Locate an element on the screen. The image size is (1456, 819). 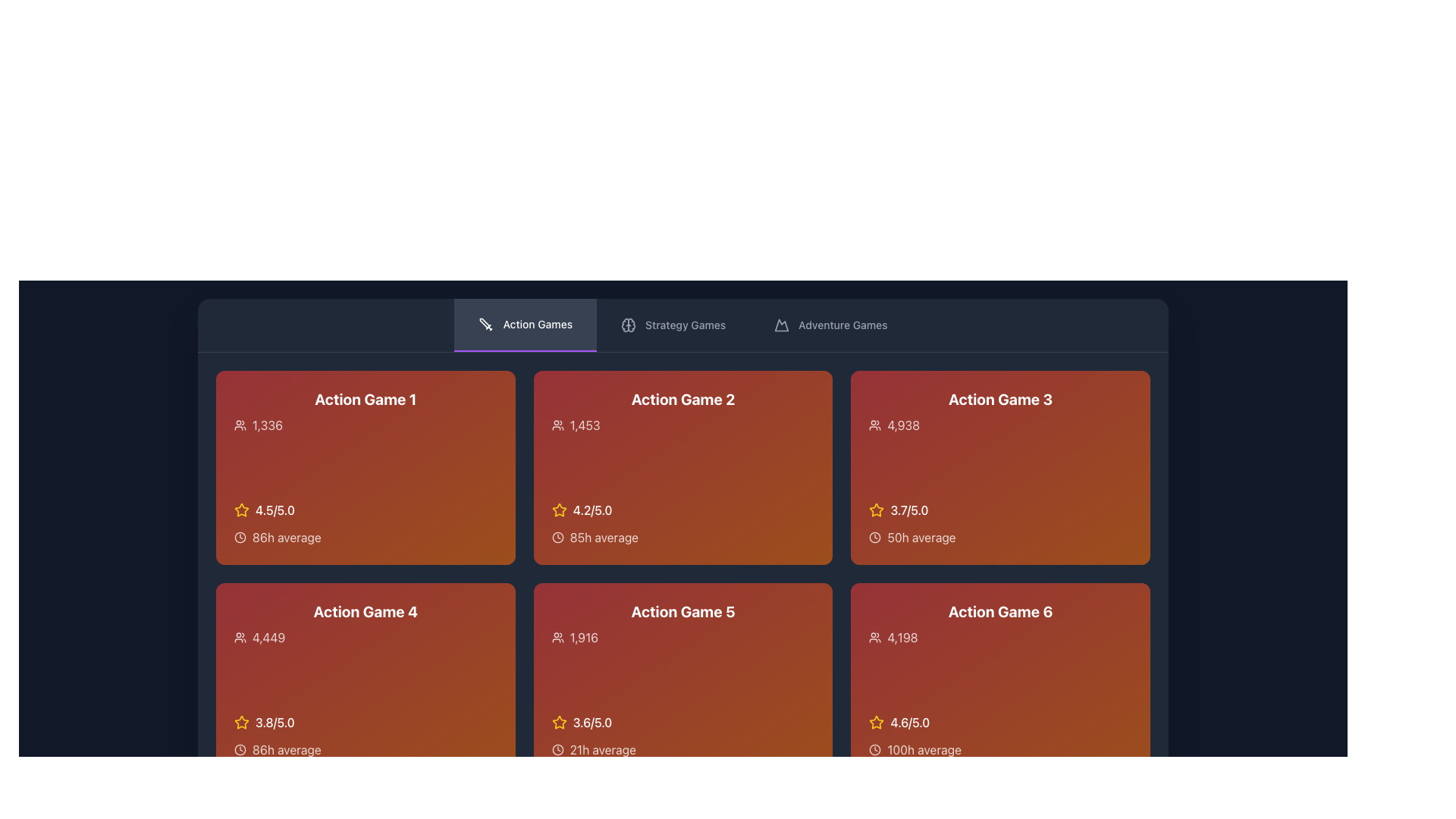
the mountain peak icon located in the 'Adventure Games' tab on the navigation bar, which is situated to the left of the 'Adventure Games' text is located at coordinates (782, 324).